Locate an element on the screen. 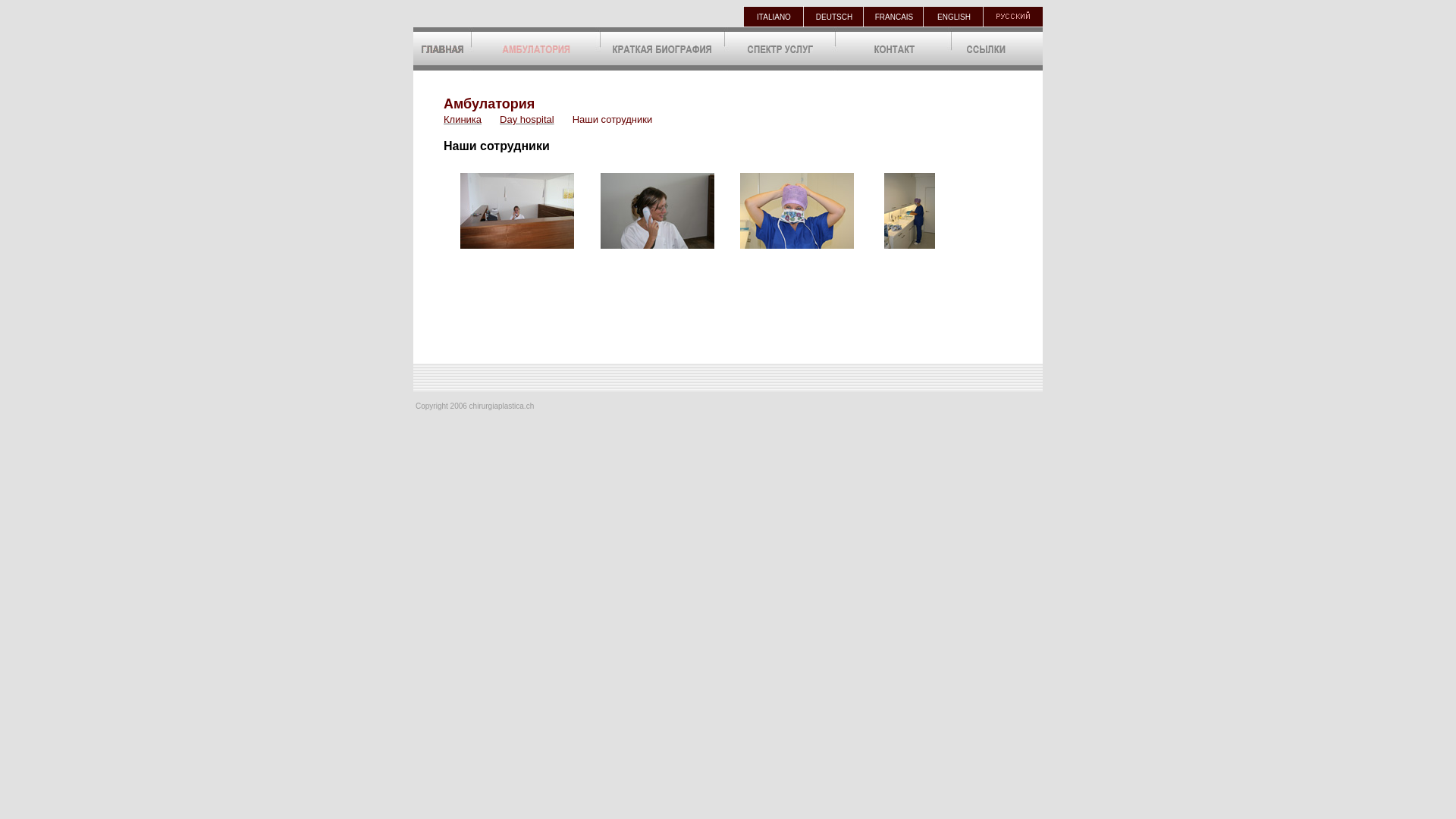 The width and height of the screenshot is (1456, 819). 'DEUTSCH' is located at coordinates (833, 16).